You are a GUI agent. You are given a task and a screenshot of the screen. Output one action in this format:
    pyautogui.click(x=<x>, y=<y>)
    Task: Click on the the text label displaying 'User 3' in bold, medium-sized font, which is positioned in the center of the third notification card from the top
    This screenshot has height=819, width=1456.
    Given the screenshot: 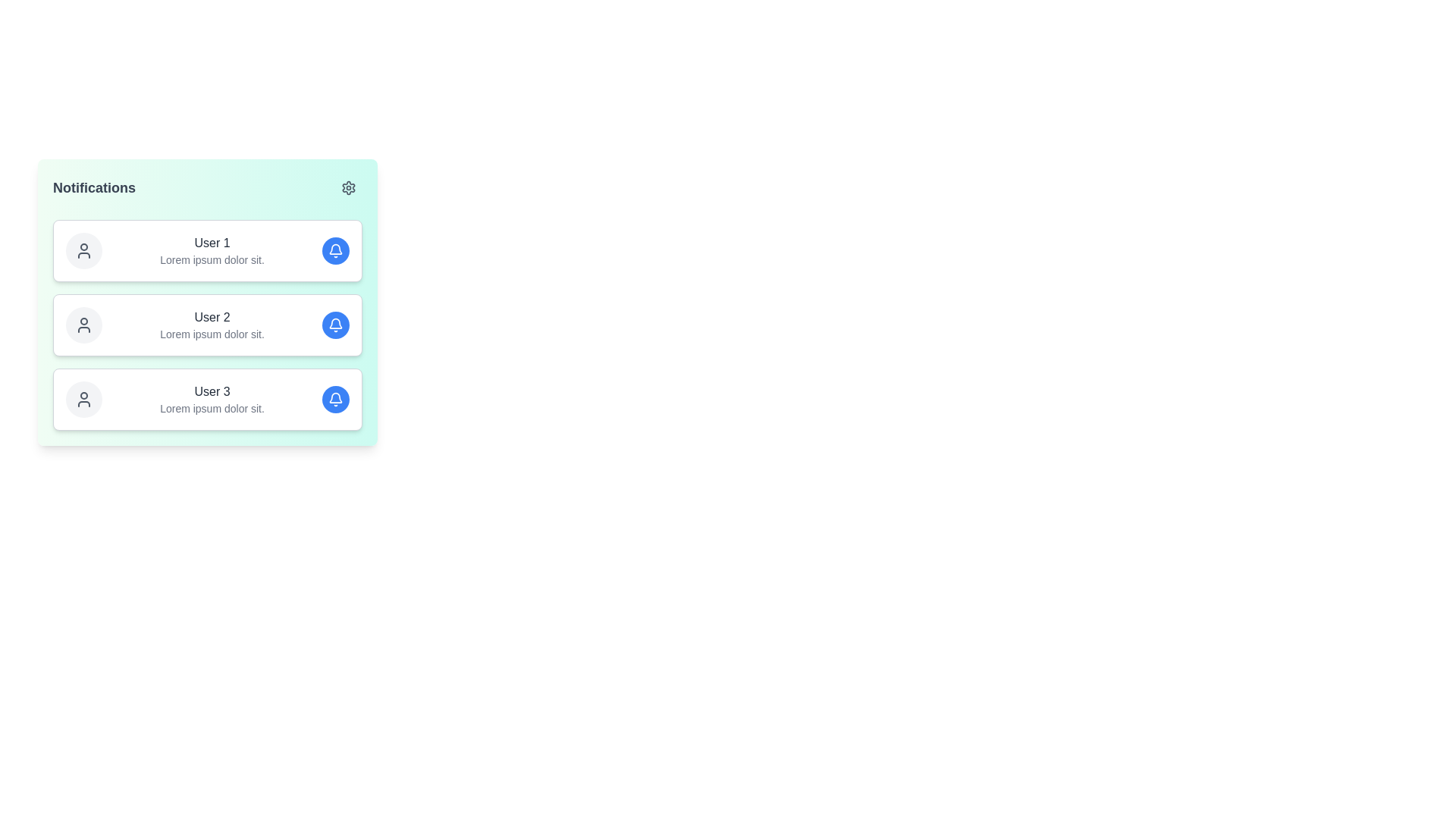 What is the action you would take?
    pyautogui.click(x=211, y=391)
    